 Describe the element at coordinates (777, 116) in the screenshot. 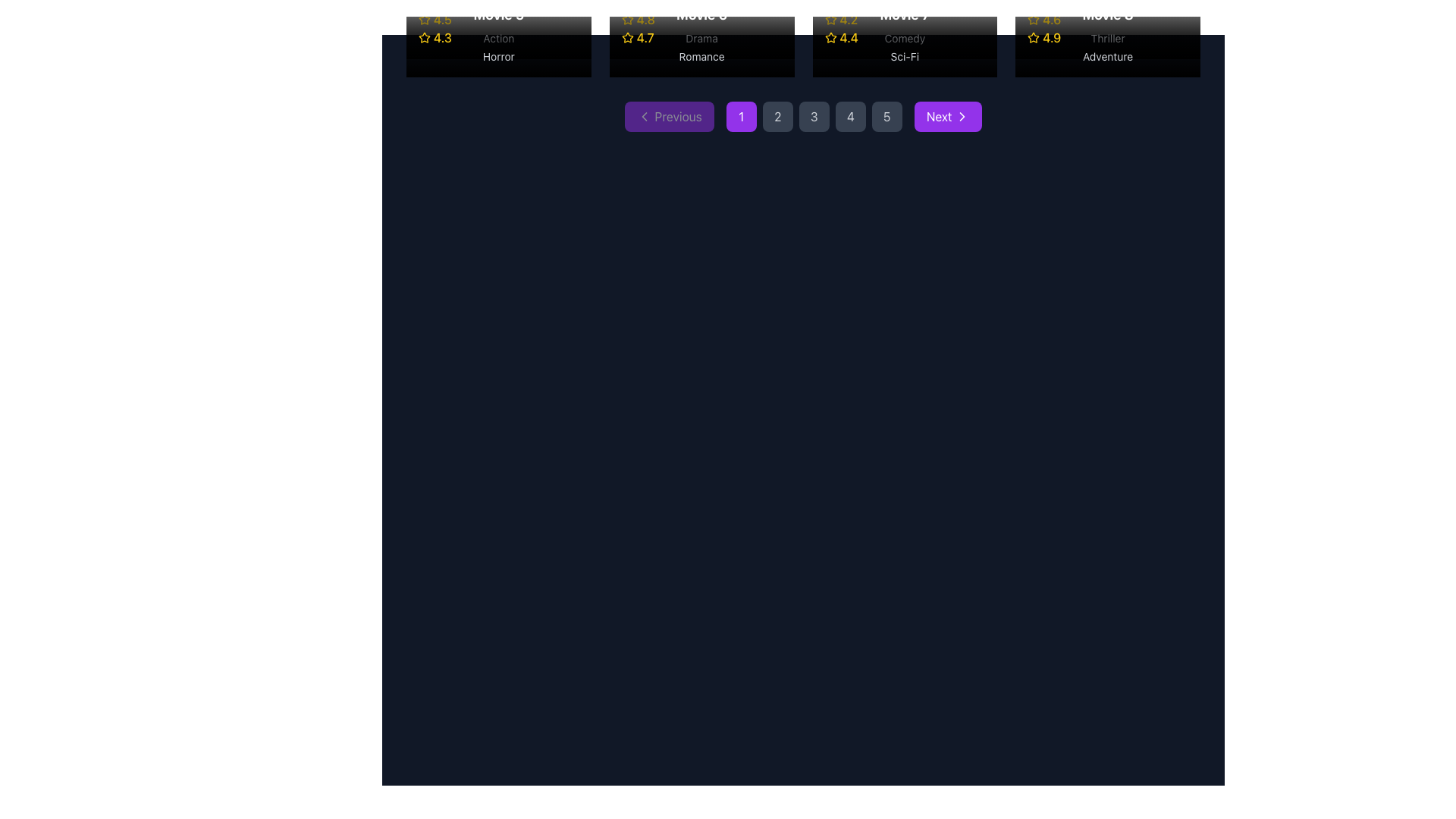

I see `the rounded square button with the number '2' displayed in light gray` at that location.